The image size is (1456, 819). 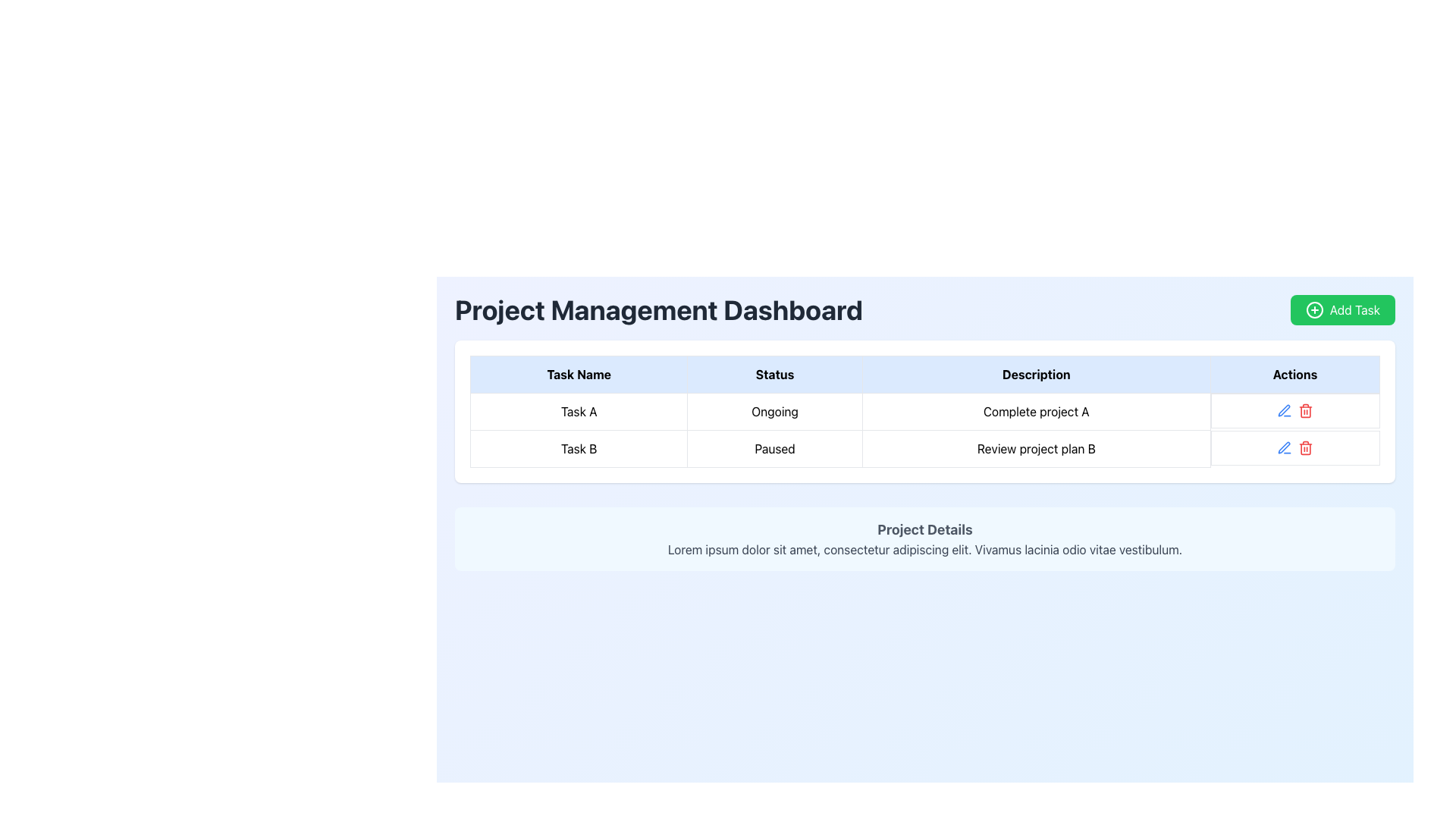 What do you see at coordinates (1305, 447) in the screenshot?
I see `the red trash can icon button located in the actions section of the 'Task B' row` at bounding box center [1305, 447].